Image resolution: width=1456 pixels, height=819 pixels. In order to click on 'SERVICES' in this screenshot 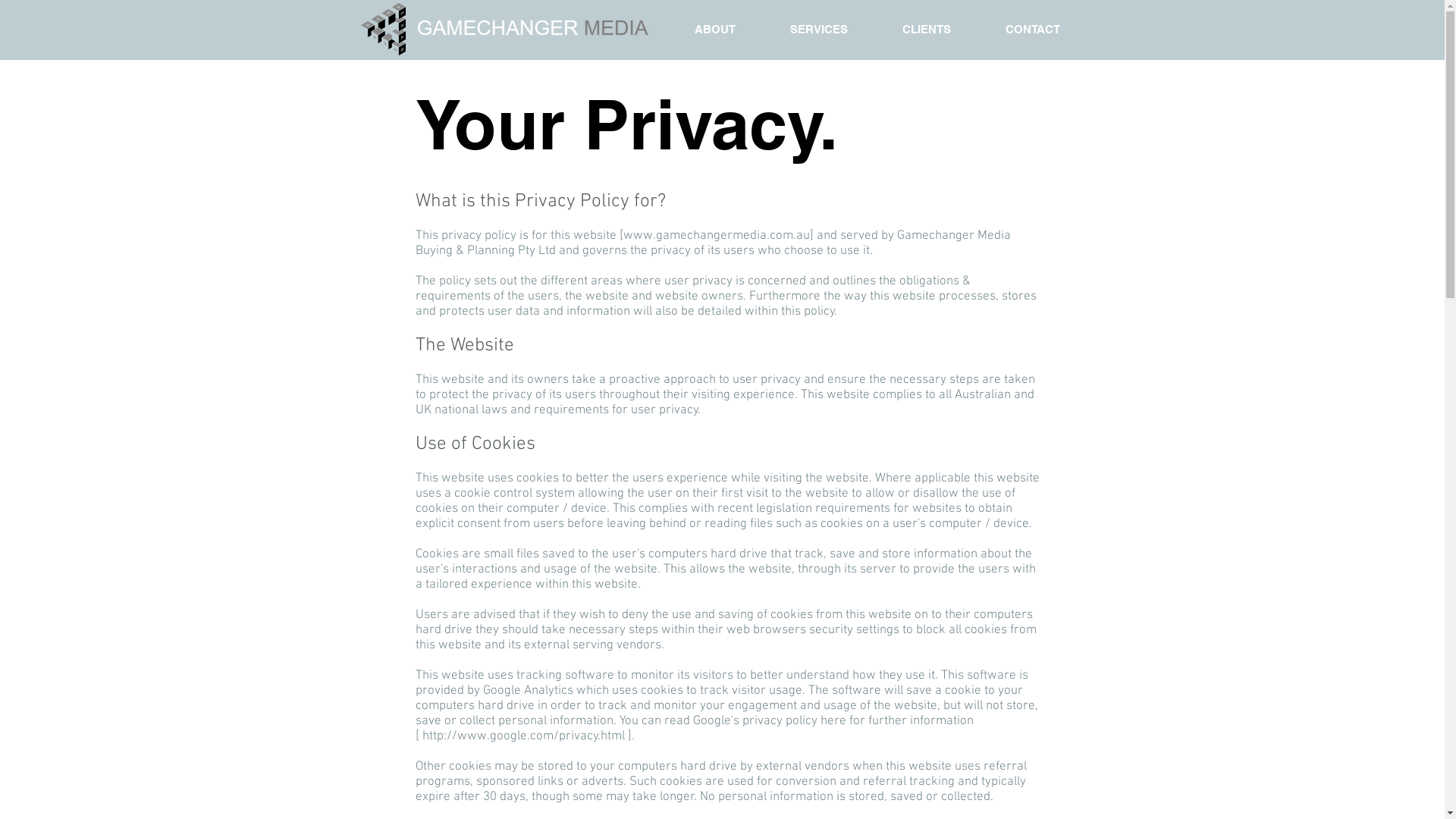, I will do `click(818, 29)`.